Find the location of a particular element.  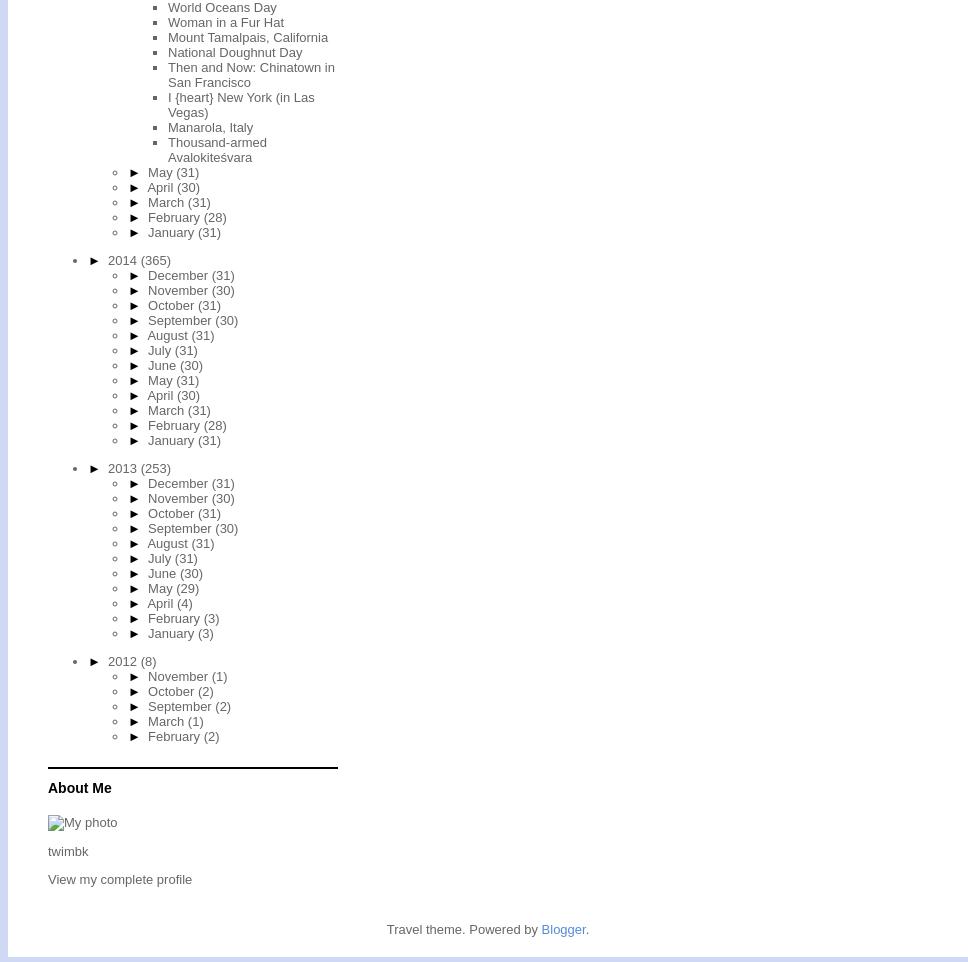

'Woman in a Fur Hat' is located at coordinates (225, 20).